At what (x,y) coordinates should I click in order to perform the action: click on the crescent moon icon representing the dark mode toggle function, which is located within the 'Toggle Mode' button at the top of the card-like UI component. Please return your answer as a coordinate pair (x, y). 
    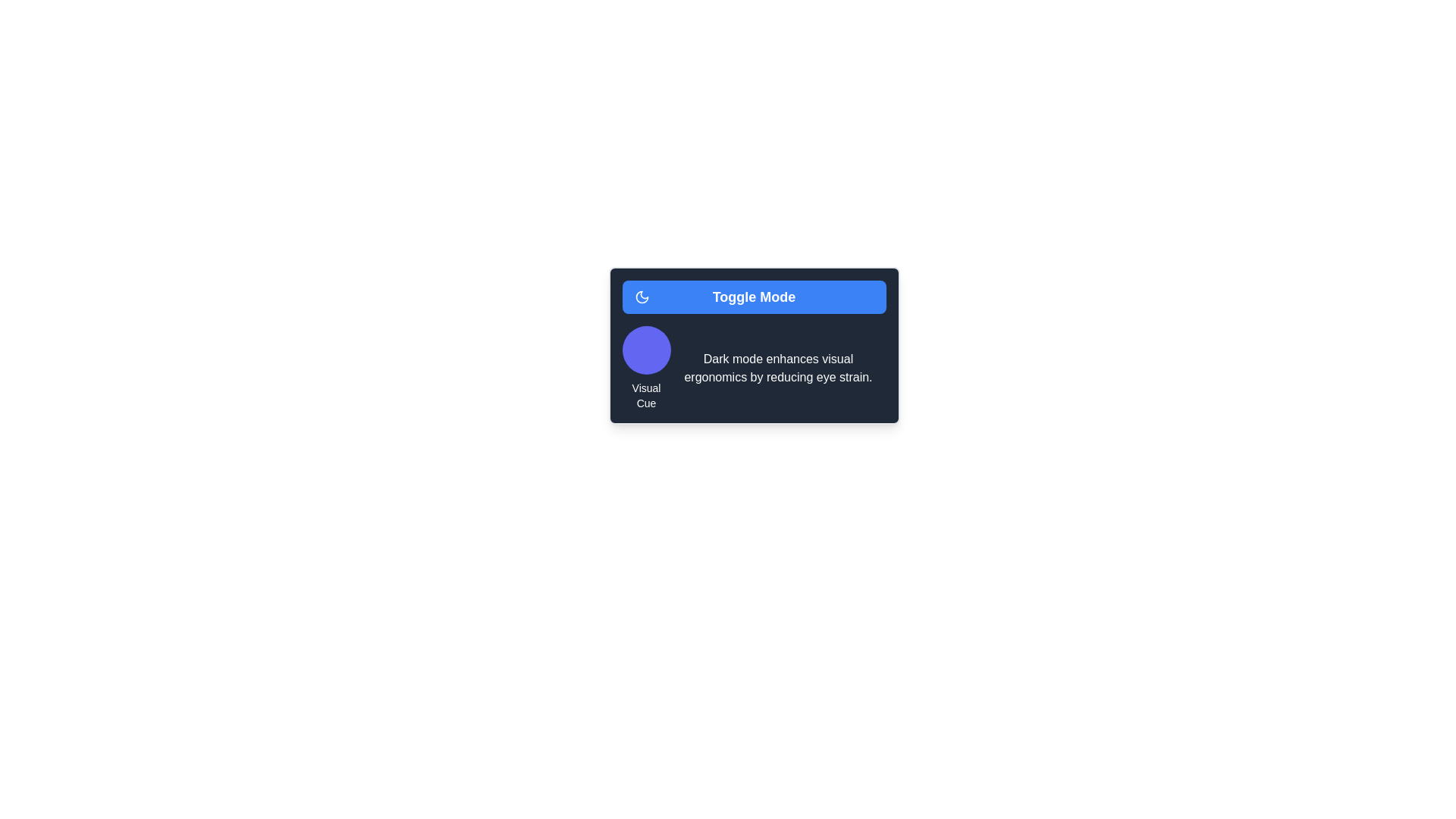
    Looking at the image, I should click on (642, 297).